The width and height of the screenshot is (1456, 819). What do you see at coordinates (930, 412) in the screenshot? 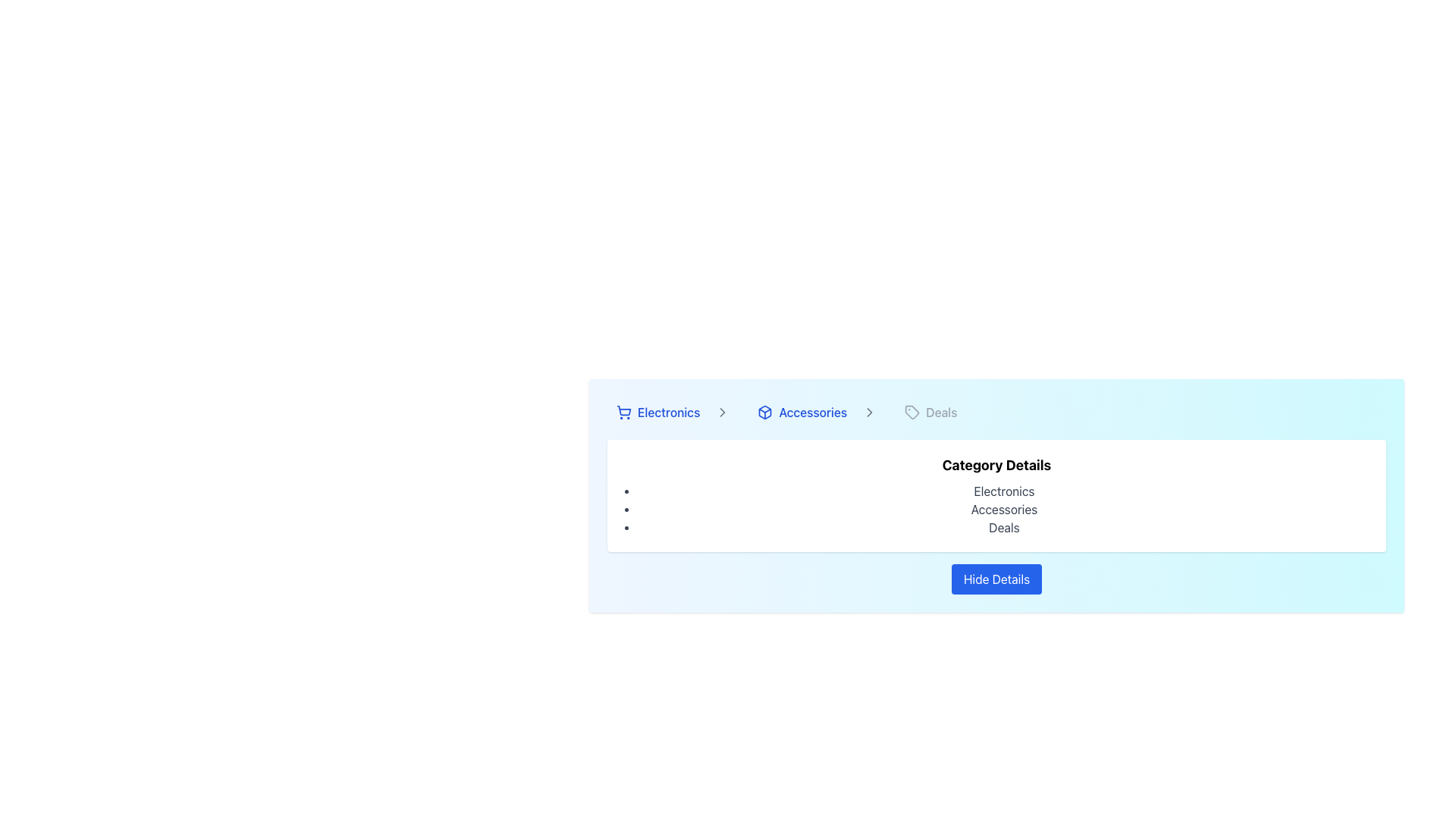
I see `the third breadcrumb navigation link` at bounding box center [930, 412].